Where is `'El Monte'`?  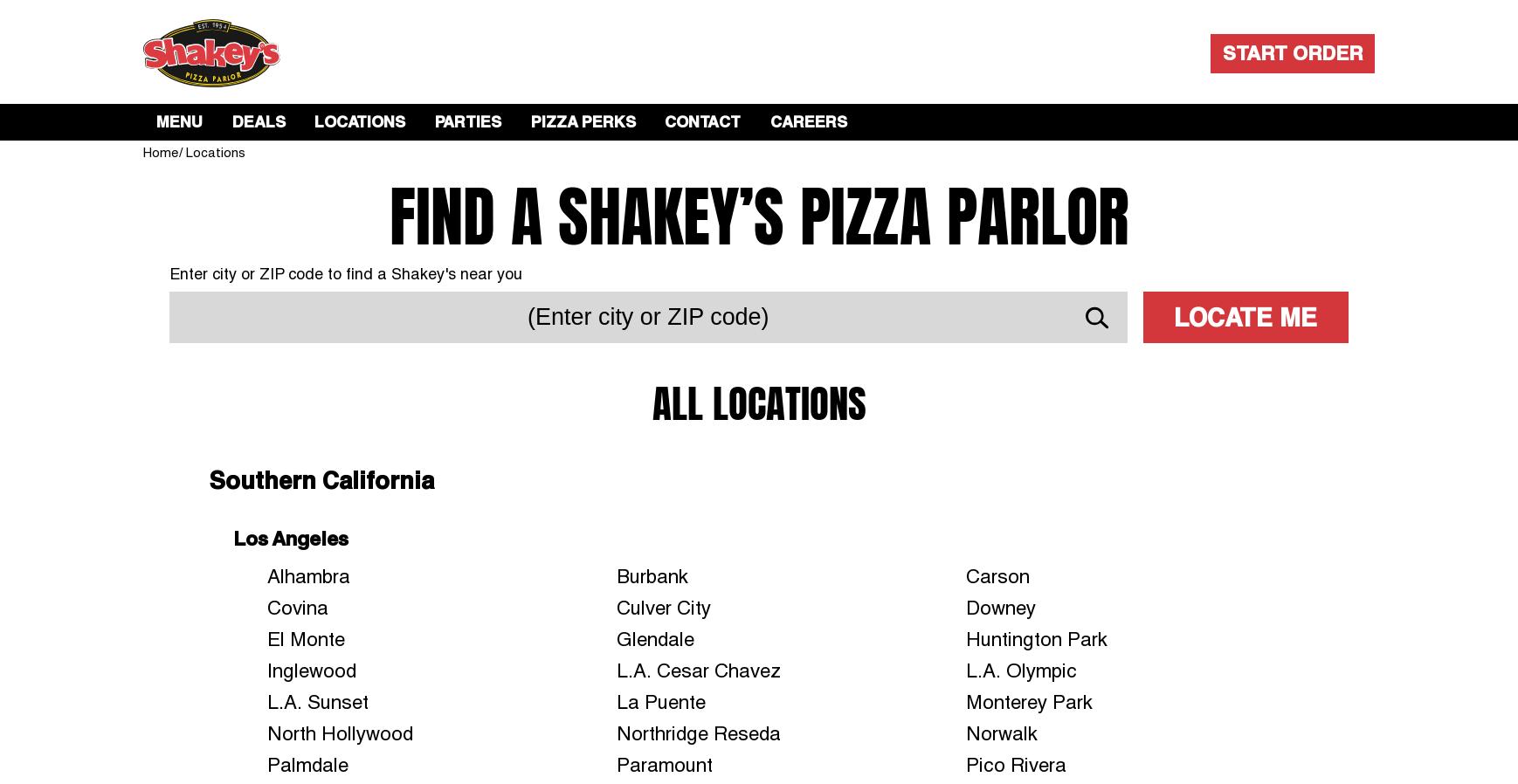
'El Monte' is located at coordinates (305, 638).